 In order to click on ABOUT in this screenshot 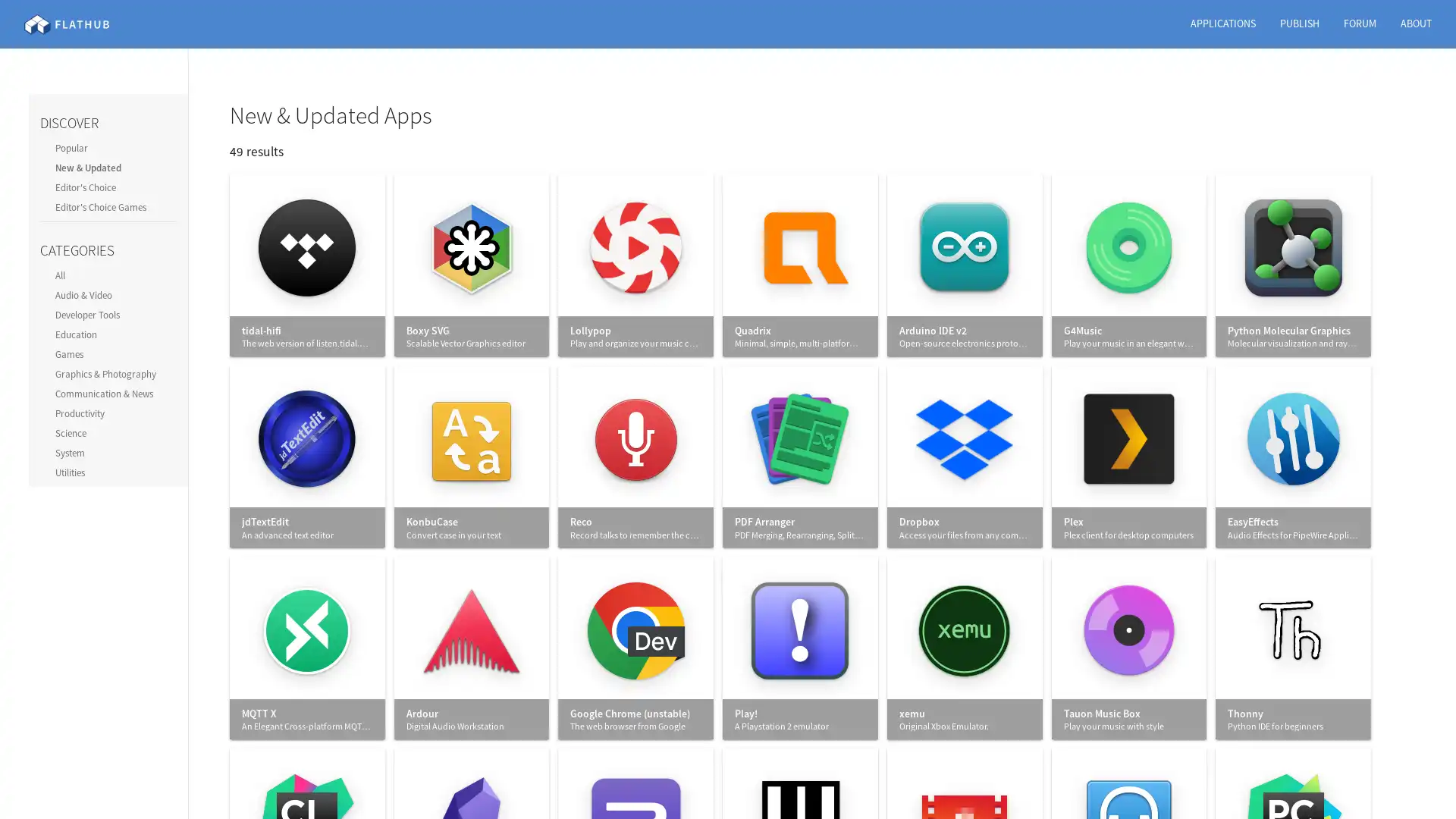, I will do `click(1415, 24)`.